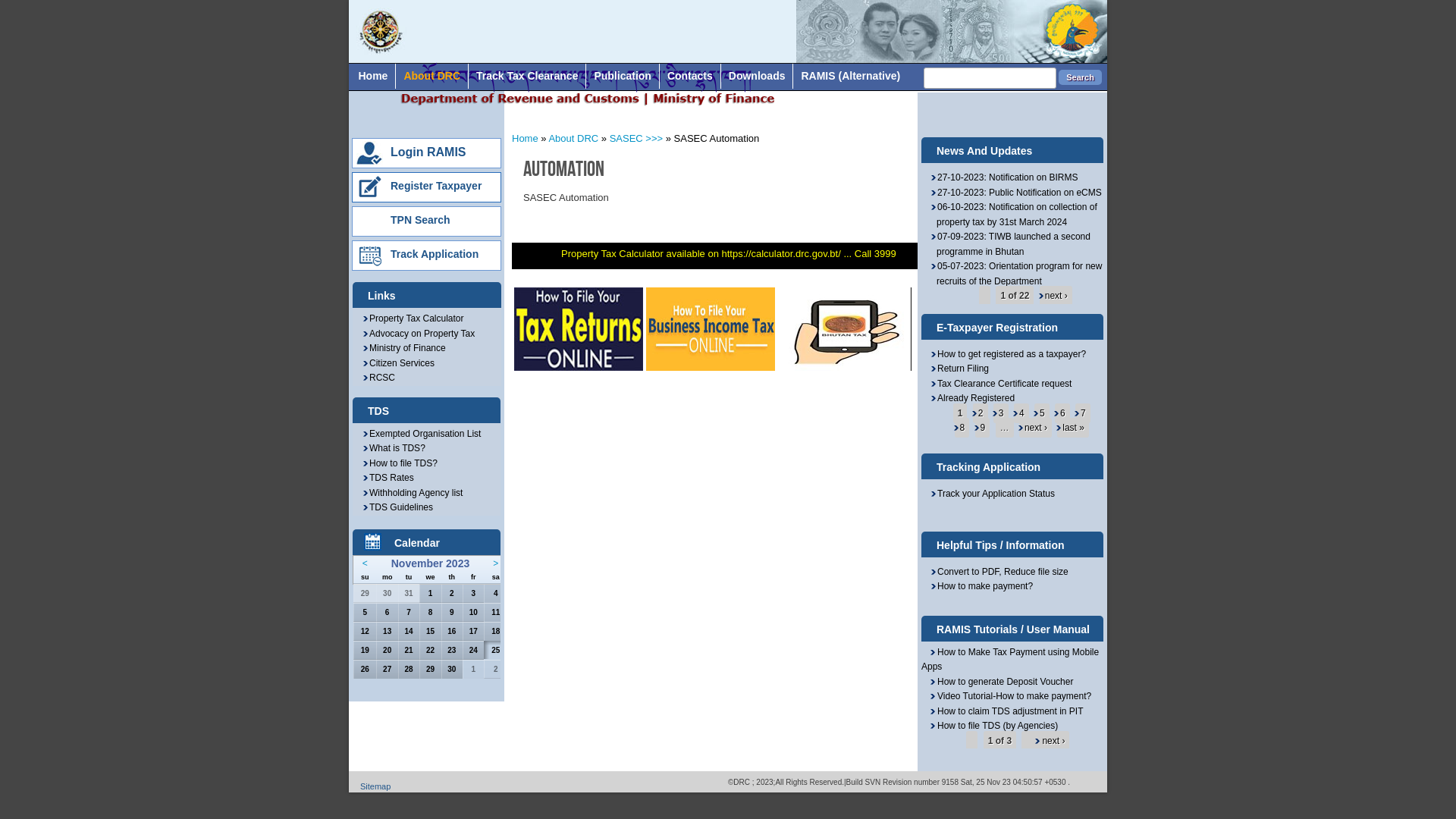 This screenshot has width=1456, height=819. I want to click on '2', so click(977, 413).